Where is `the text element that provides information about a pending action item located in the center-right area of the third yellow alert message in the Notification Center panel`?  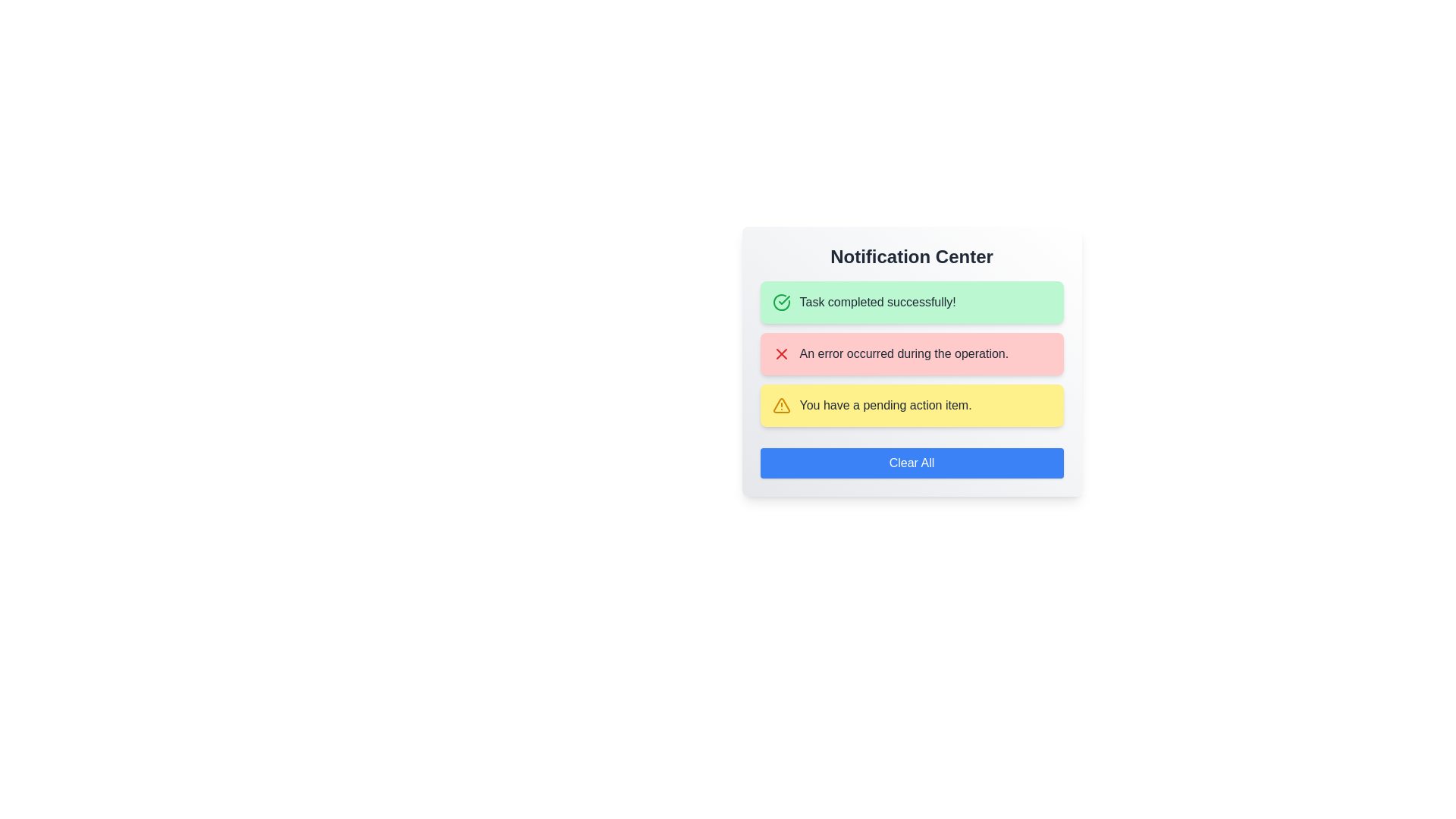
the text element that provides information about a pending action item located in the center-right area of the third yellow alert message in the Notification Center panel is located at coordinates (886, 405).